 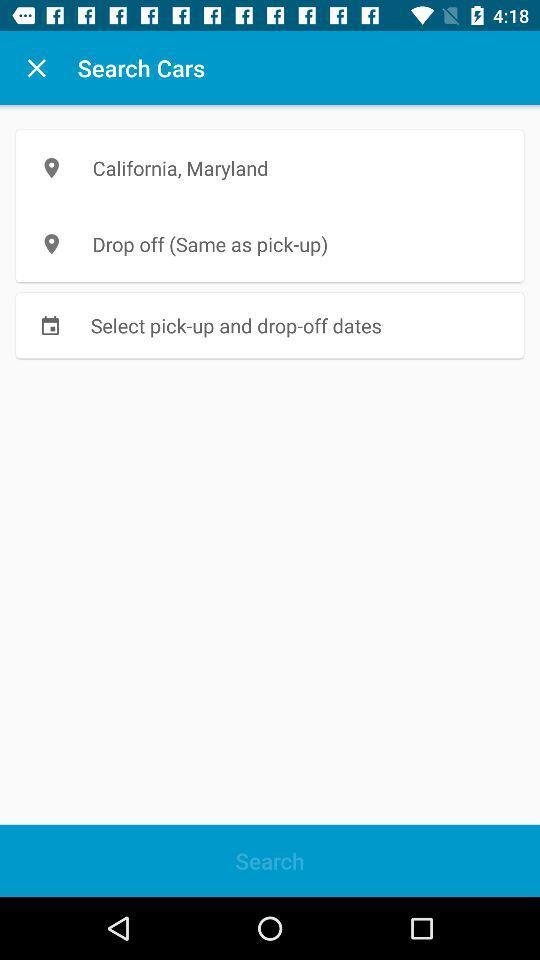 What do you see at coordinates (270, 167) in the screenshot?
I see `the california, maryland item` at bounding box center [270, 167].